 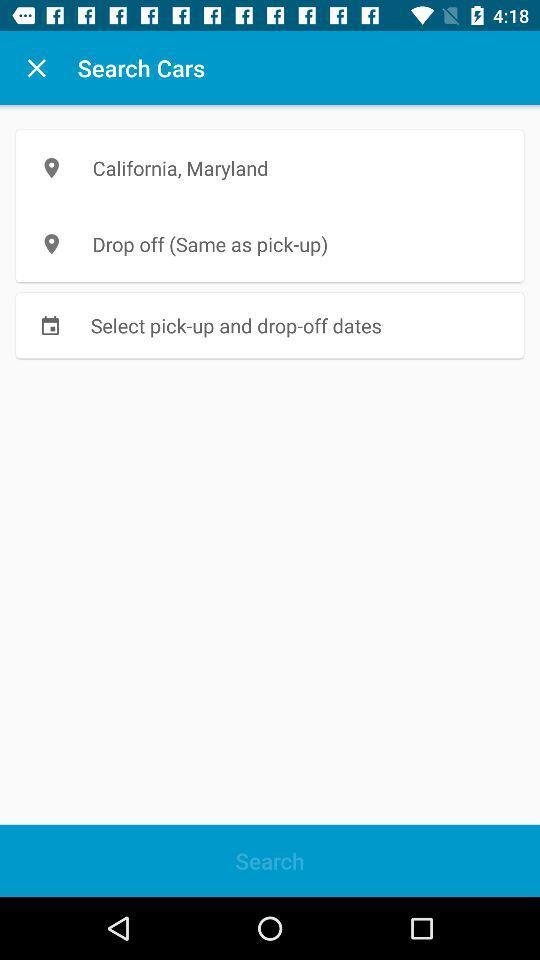 What do you see at coordinates (270, 167) in the screenshot?
I see `the california, maryland item` at bounding box center [270, 167].